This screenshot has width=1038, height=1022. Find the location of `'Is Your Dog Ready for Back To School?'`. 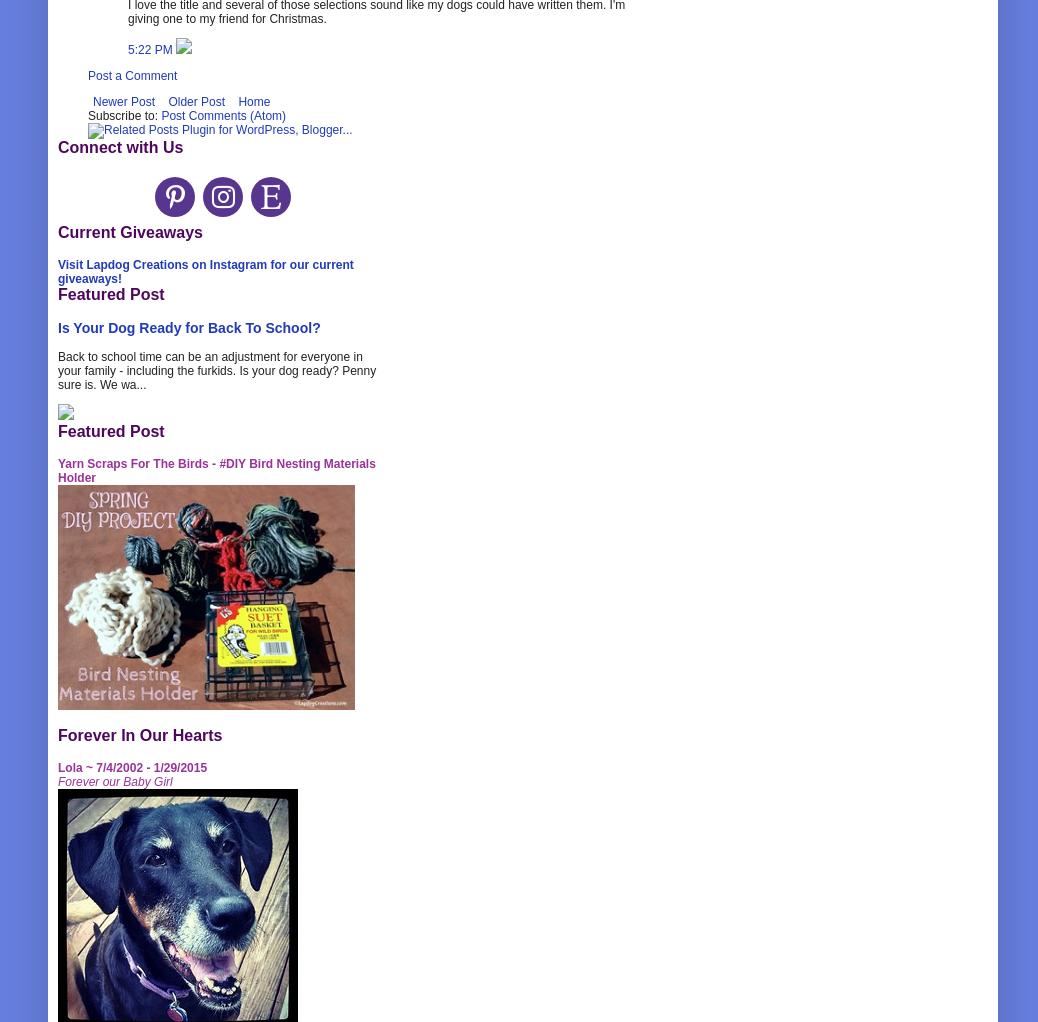

'Is Your Dog Ready for Back To School?' is located at coordinates (188, 326).